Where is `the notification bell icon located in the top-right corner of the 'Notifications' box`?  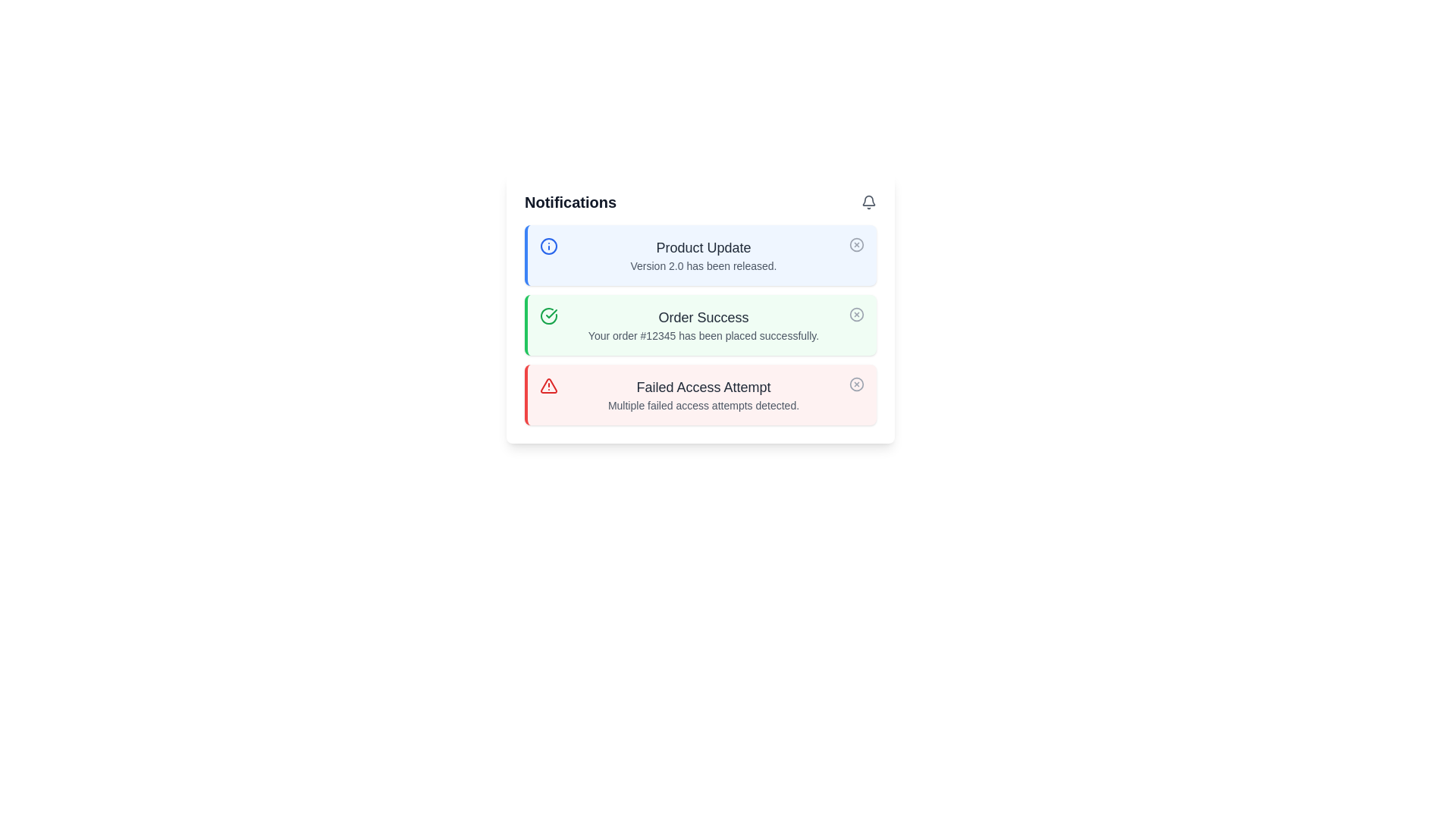 the notification bell icon located in the top-right corner of the 'Notifications' box is located at coordinates (869, 201).